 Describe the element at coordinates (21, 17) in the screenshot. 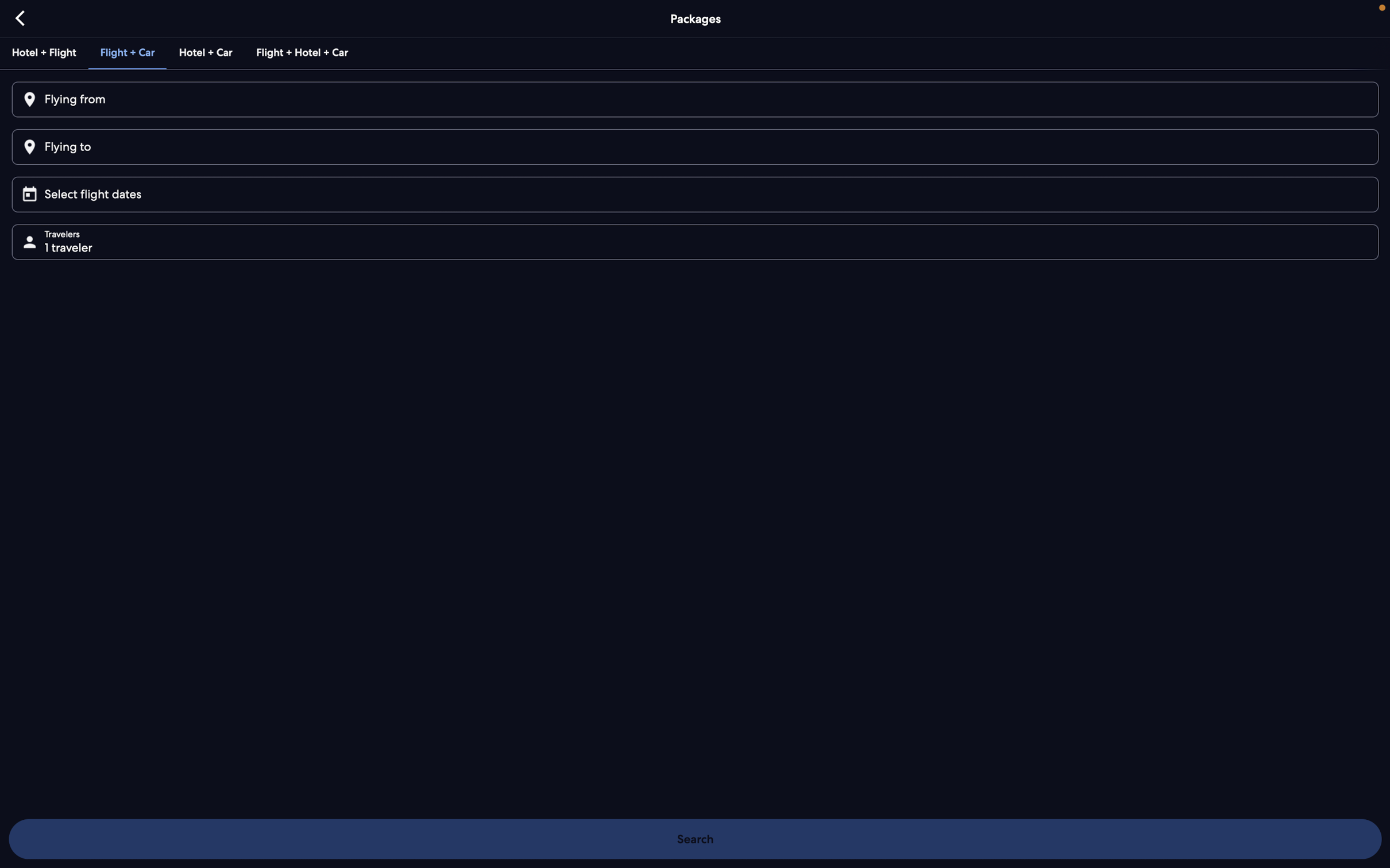

I see `Go backward to the last page` at that location.